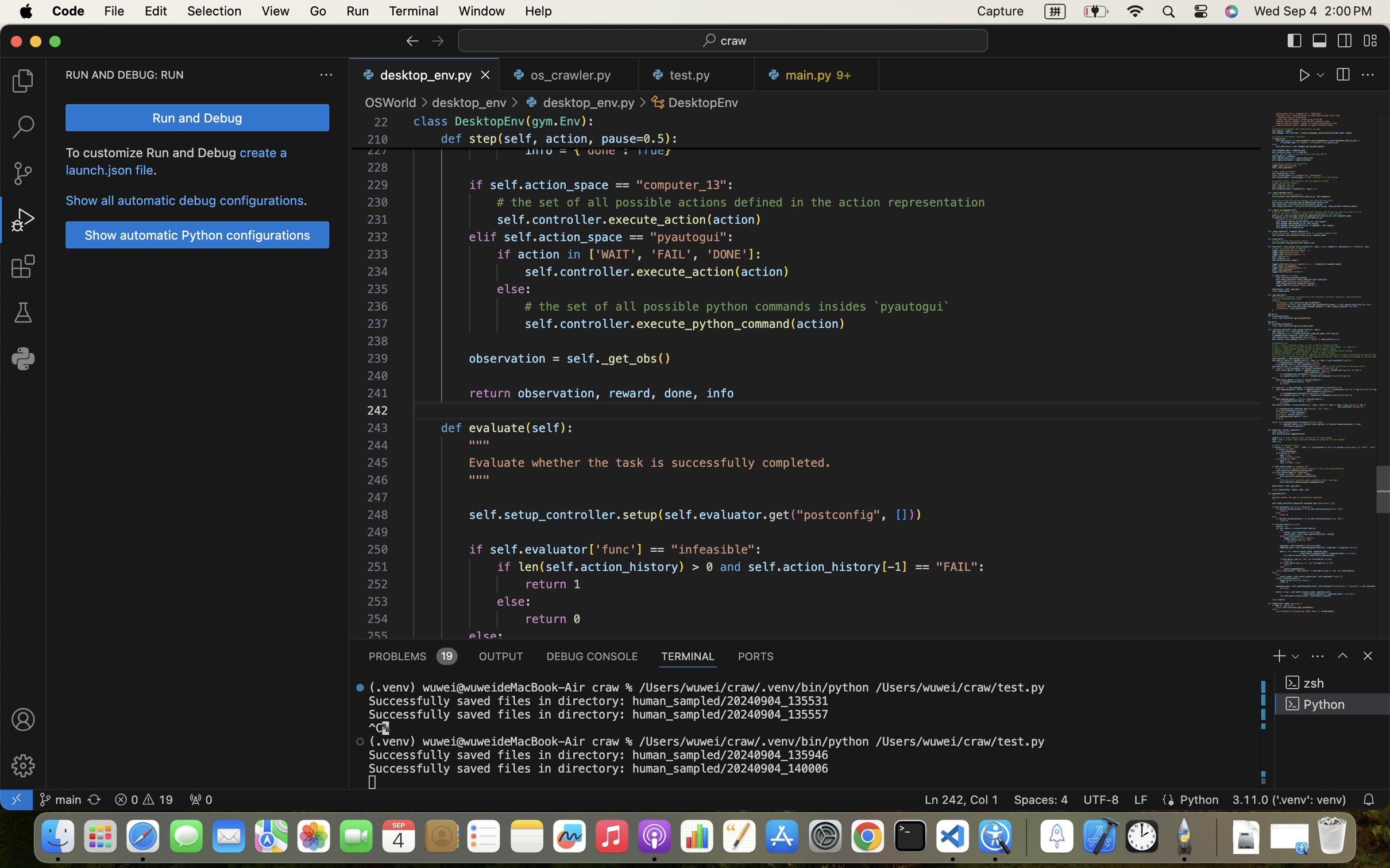  Describe the element at coordinates (1368, 75) in the screenshot. I see `''` at that location.